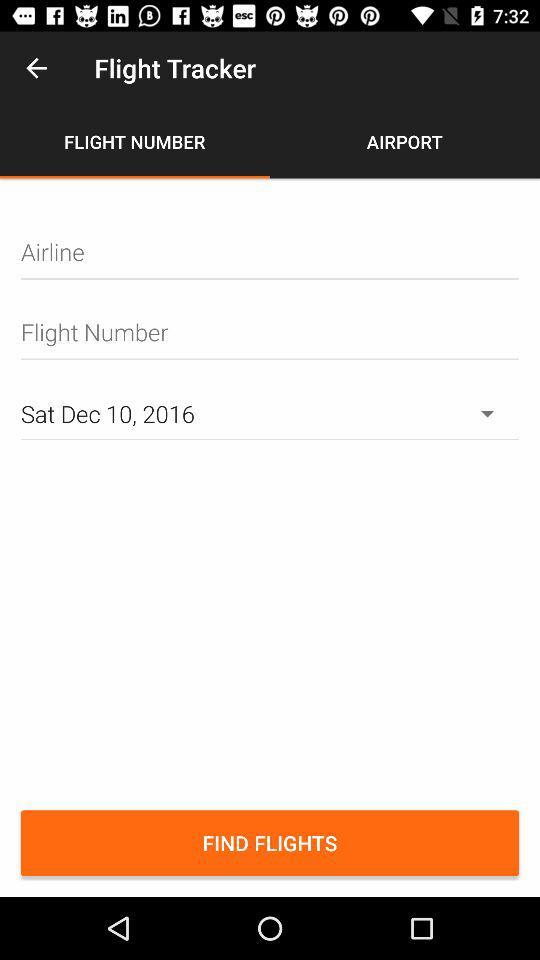  I want to click on icon to the left of the flight tracker item, so click(36, 68).